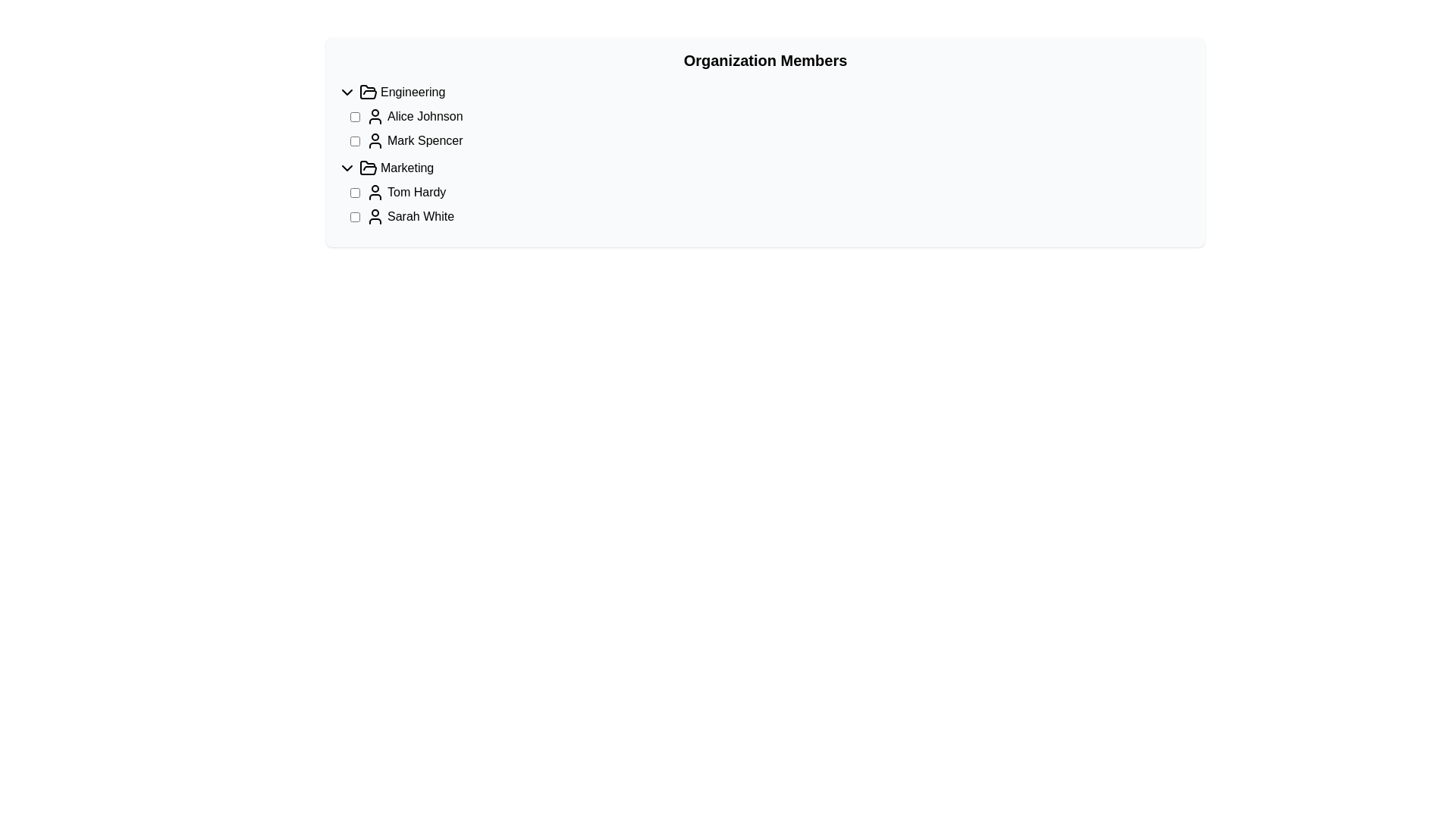  What do you see at coordinates (413, 93) in the screenshot?
I see `the folder icon associated with the 'Engineering' section` at bounding box center [413, 93].